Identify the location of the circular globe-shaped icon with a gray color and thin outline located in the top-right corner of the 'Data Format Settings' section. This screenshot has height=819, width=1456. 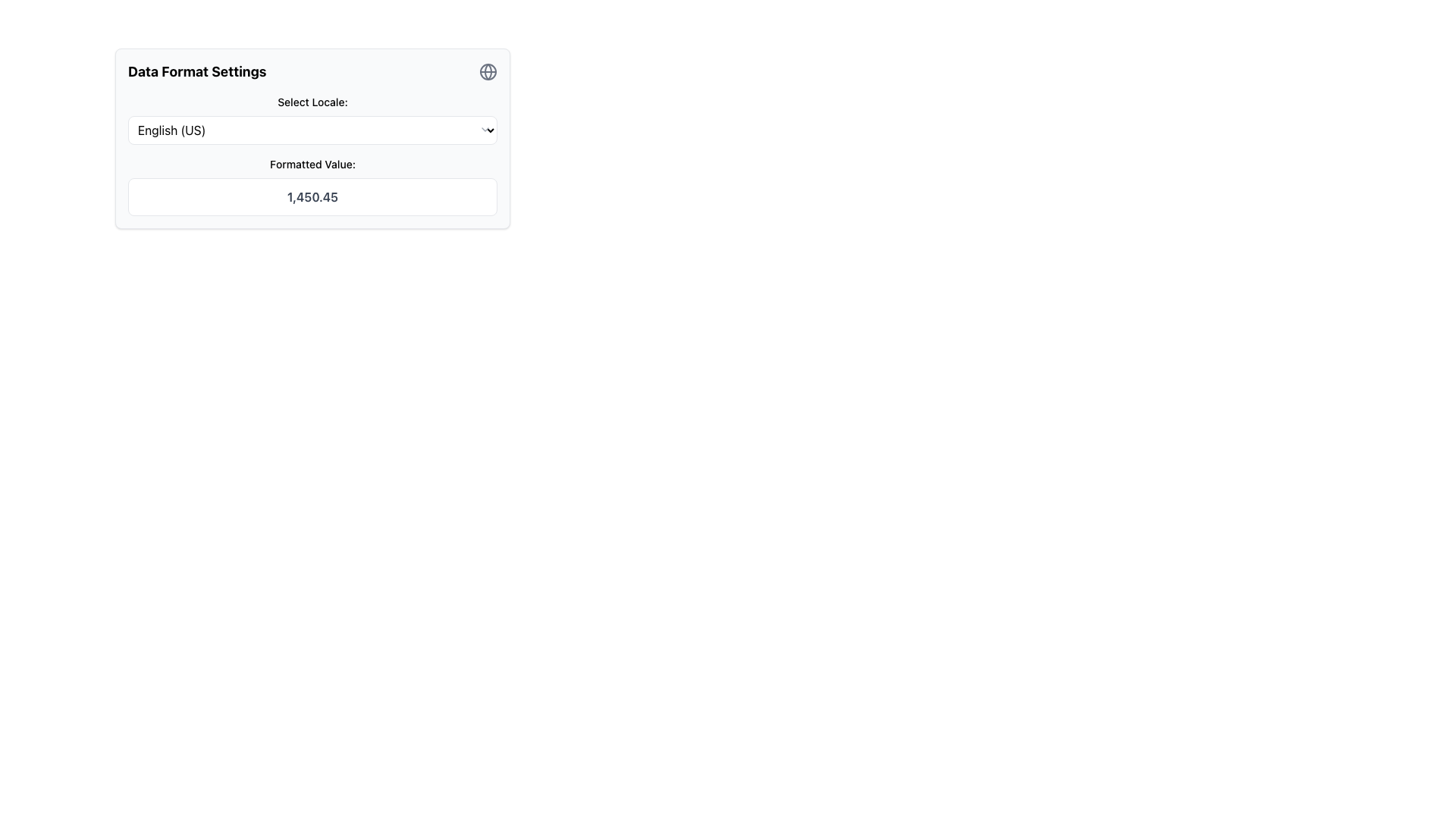
(488, 72).